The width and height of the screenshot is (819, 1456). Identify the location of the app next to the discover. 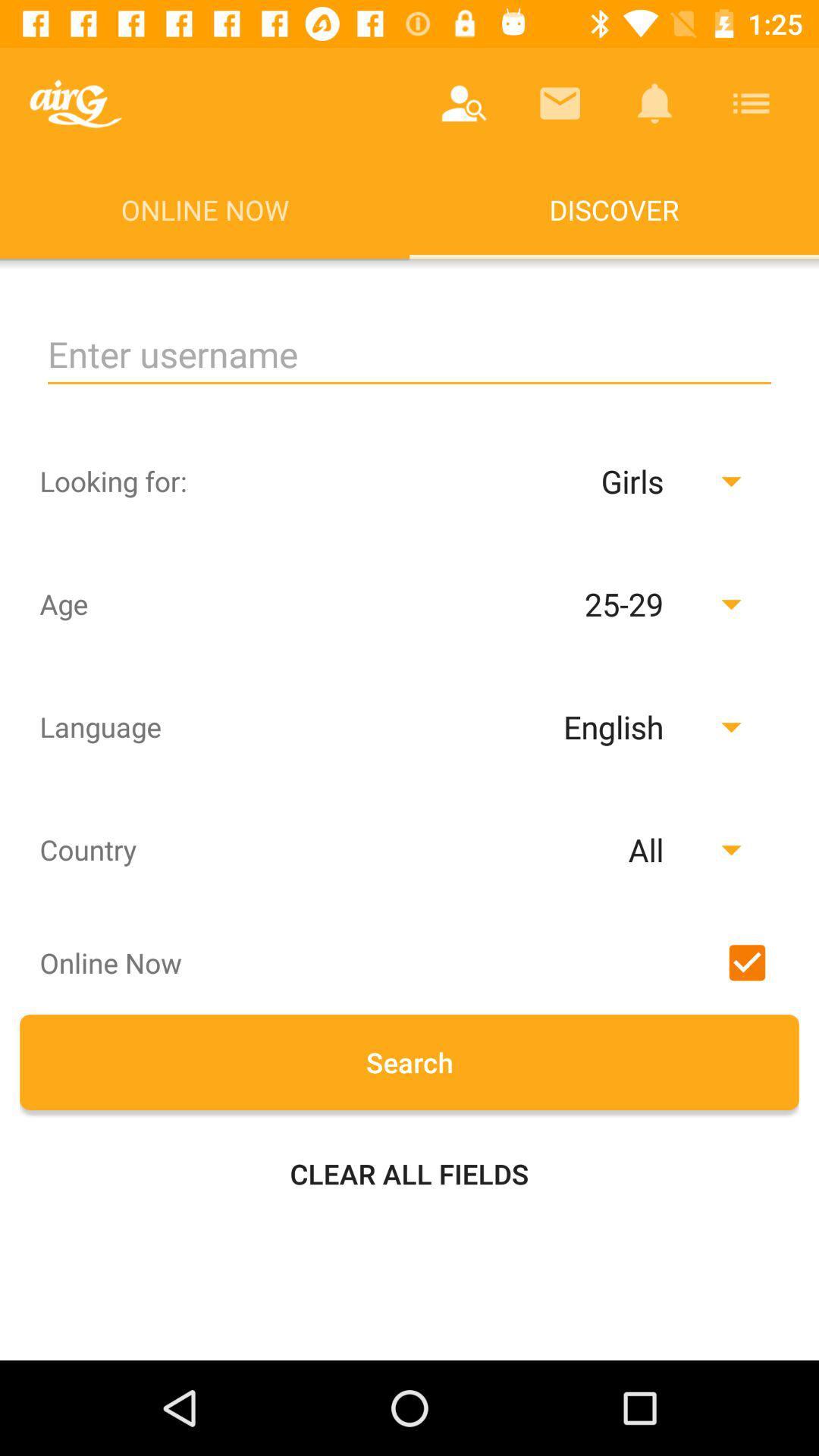
(75, 102).